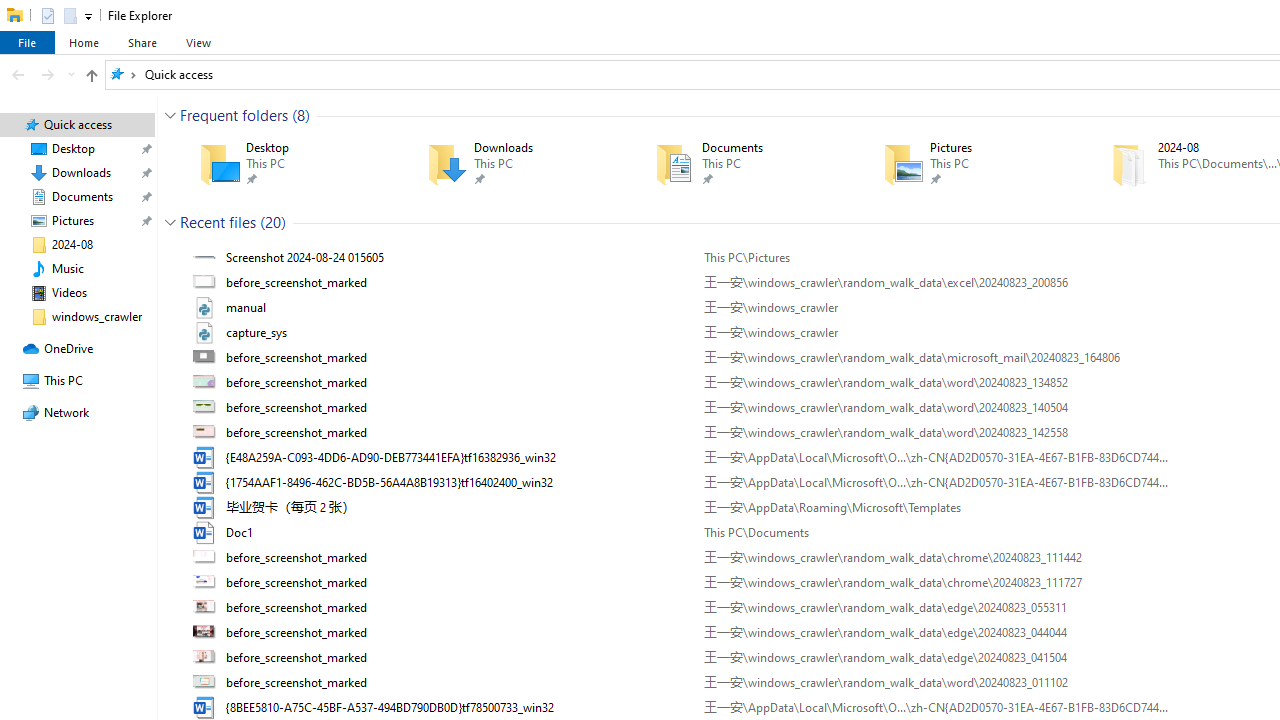 Image resolution: width=1280 pixels, height=720 pixels. What do you see at coordinates (48, 73) in the screenshot?
I see `'Forward (Alt + Right Arrow)'` at bounding box center [48, 73].